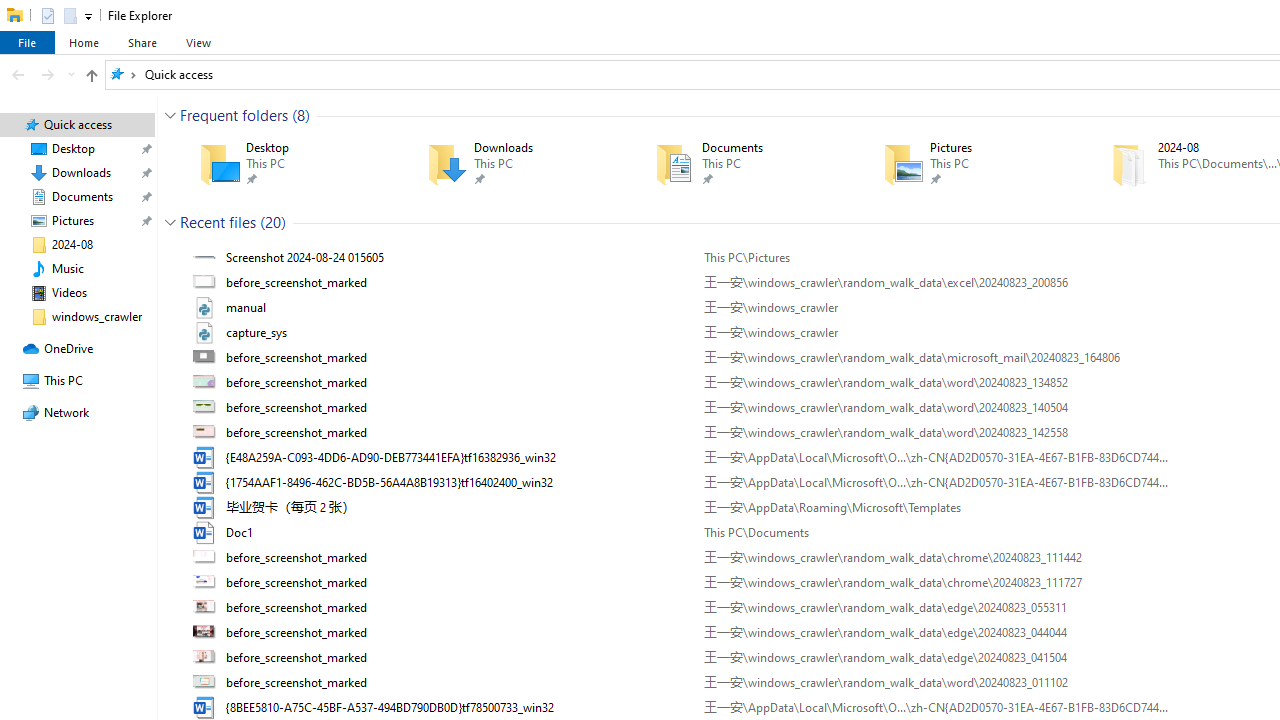 Image resolution: width=1280 pixels, height=720 pixels. What do you see at coordinates (48, 73) in the screenshot?
I see `'Forward (Alt + Right Arrow)'` at bounding box center [48, 73].